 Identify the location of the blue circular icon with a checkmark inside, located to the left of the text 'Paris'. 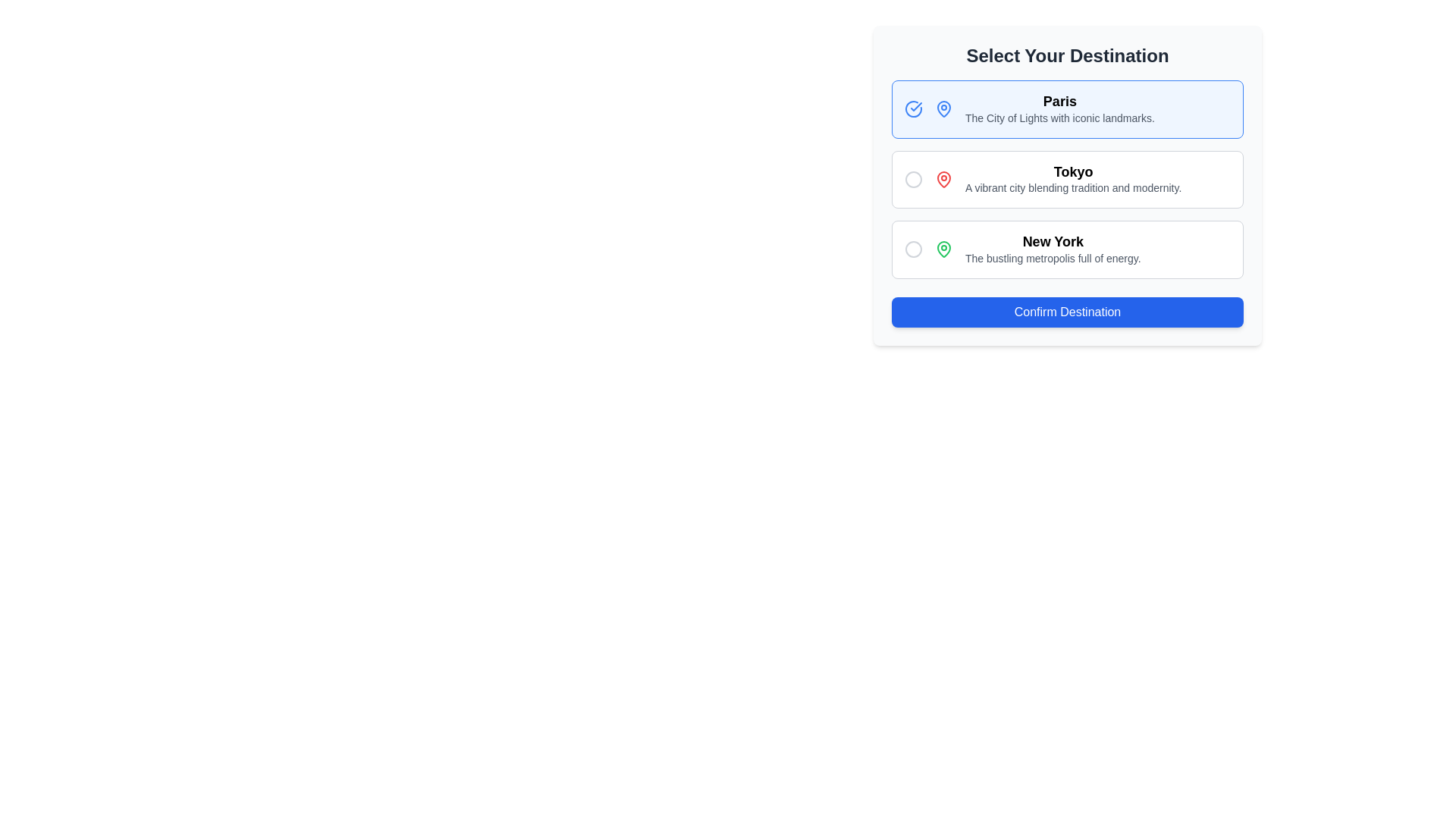
(912, 108).